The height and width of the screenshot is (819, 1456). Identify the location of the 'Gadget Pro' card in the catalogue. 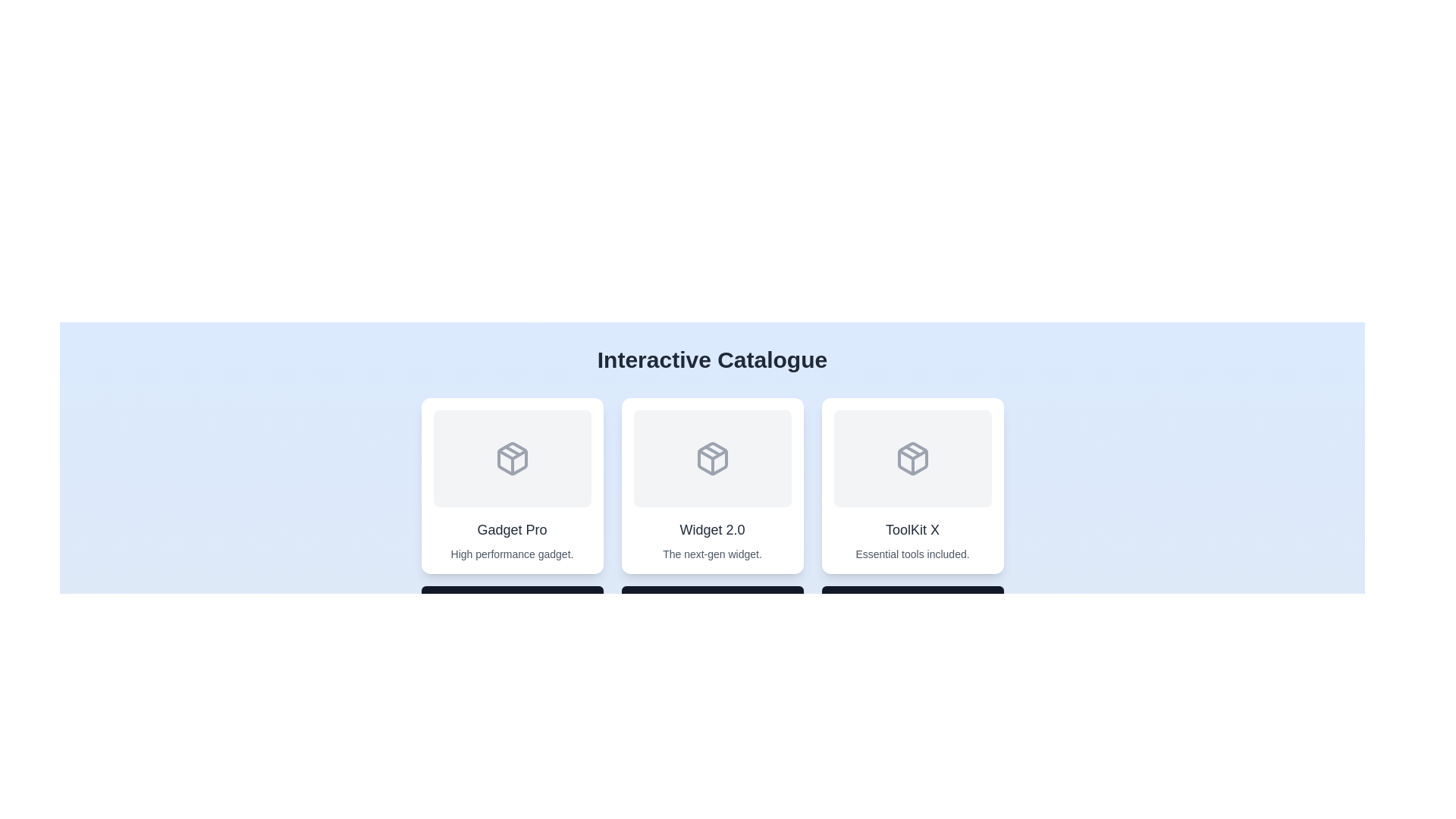
(512, 485).